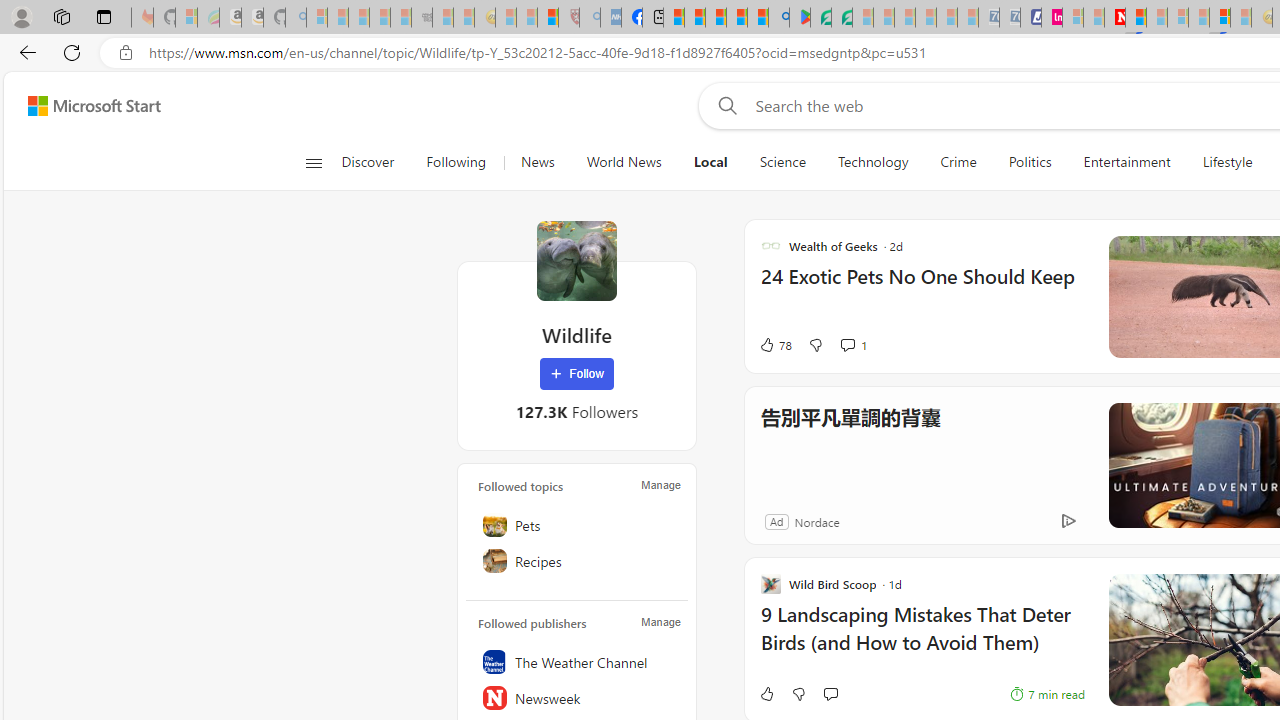  Describe the element at coordinates (765, 693) in the screenshot. I see `'Like'` at that location.